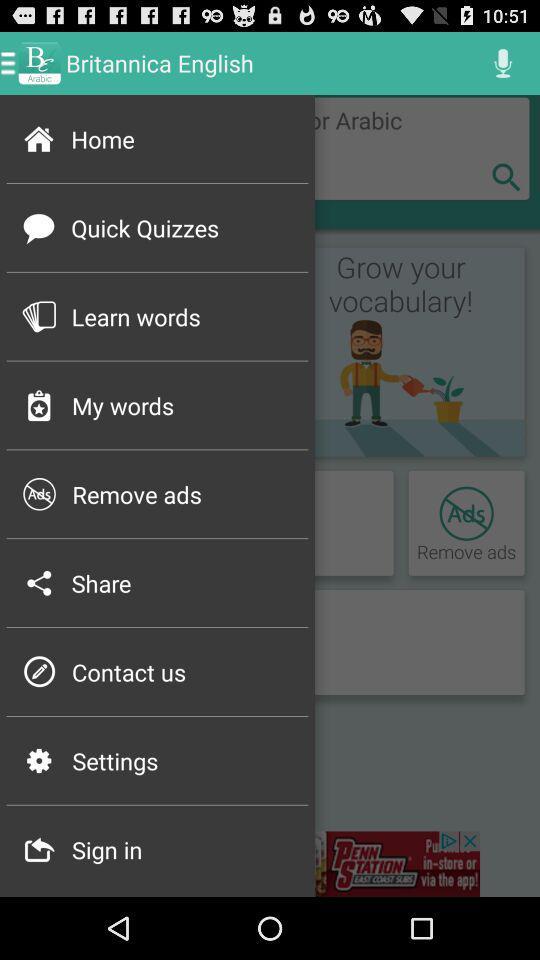 This screenshot has height=960, width=540. Describe the element at coordinates (39, 672) in the screenshot. I see `the p` at that location.